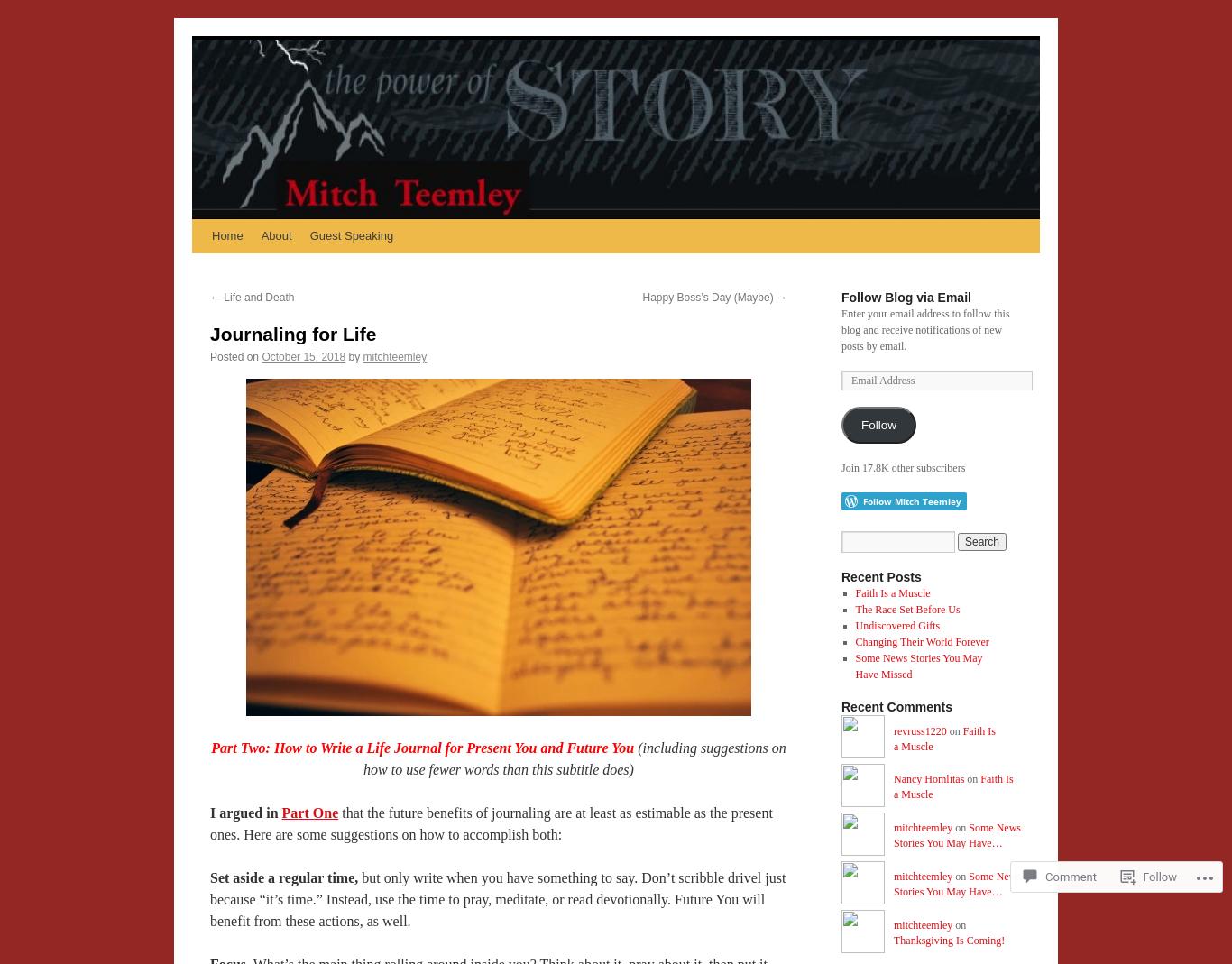  Describe the element at coordinates (221, 298) in the screenshot. I see `'Life and Death'` at that location.